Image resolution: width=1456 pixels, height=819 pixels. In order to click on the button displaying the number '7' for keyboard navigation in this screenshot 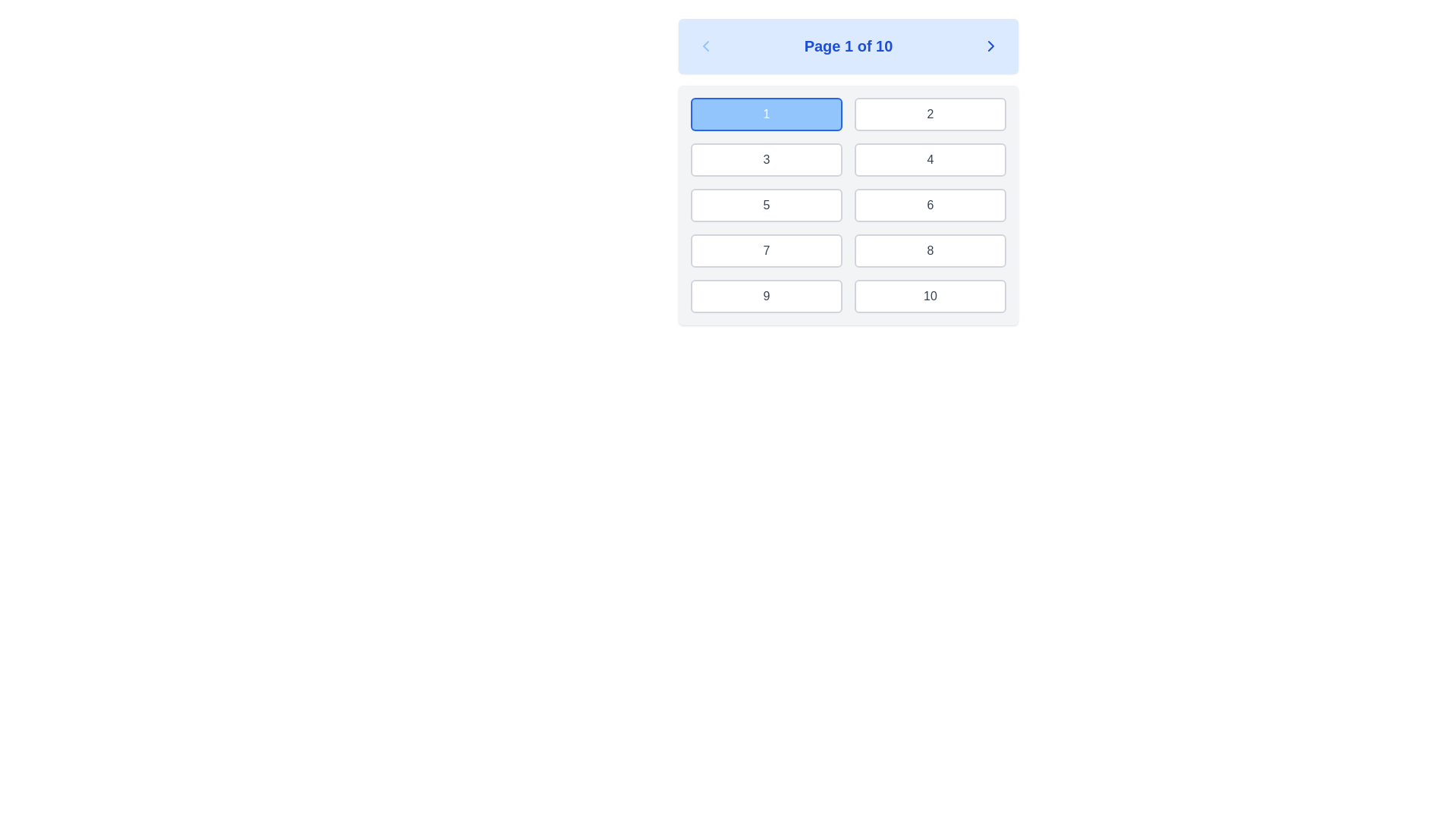, I will do `click(767, 250)`.